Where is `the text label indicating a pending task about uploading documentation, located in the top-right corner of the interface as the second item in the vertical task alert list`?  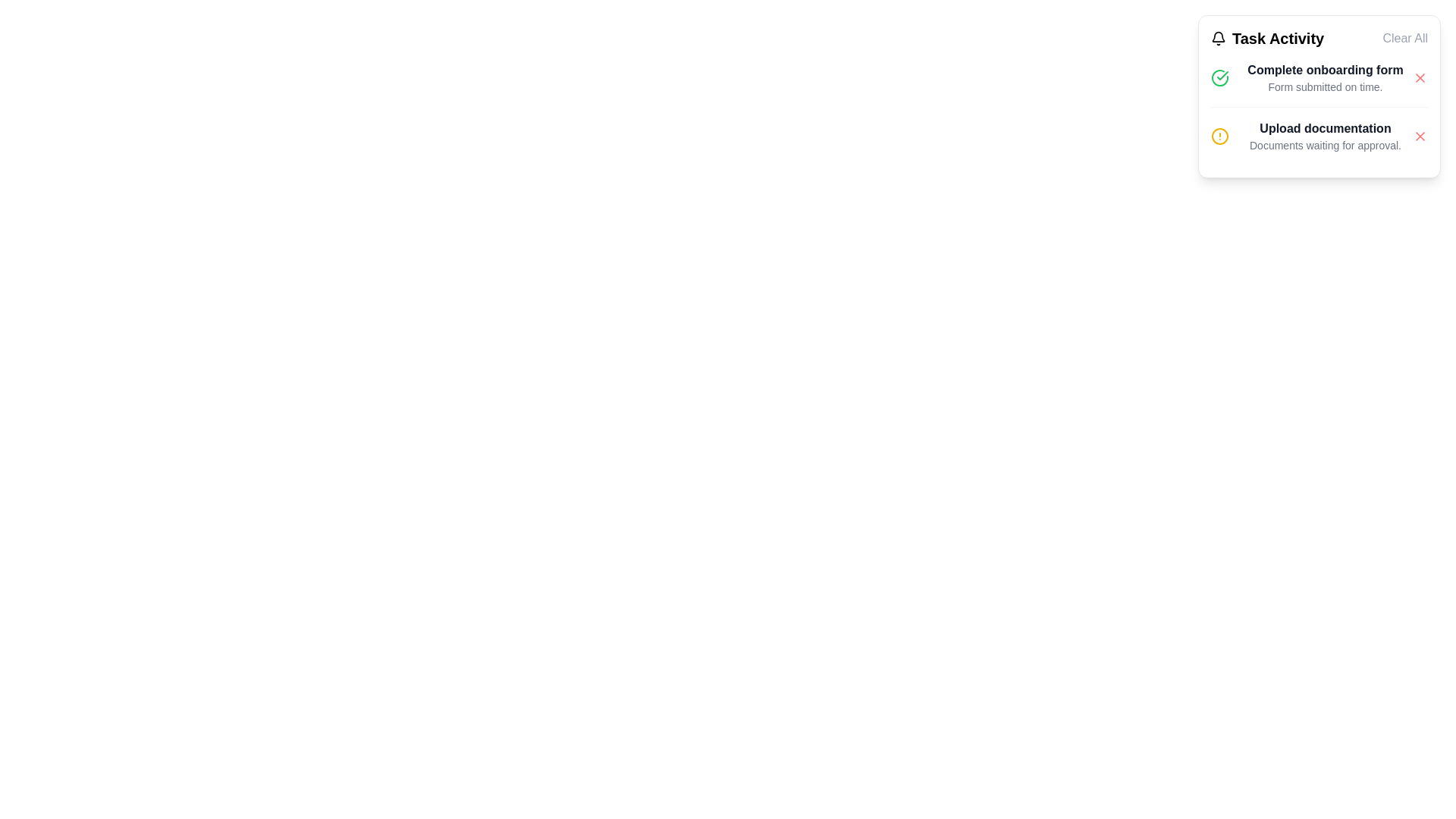 the text label indicating a pending task about uploading documentation, located in the top-right corner of the interface as the second item in the vertical task alert list is located at coordinates (1324, 136).